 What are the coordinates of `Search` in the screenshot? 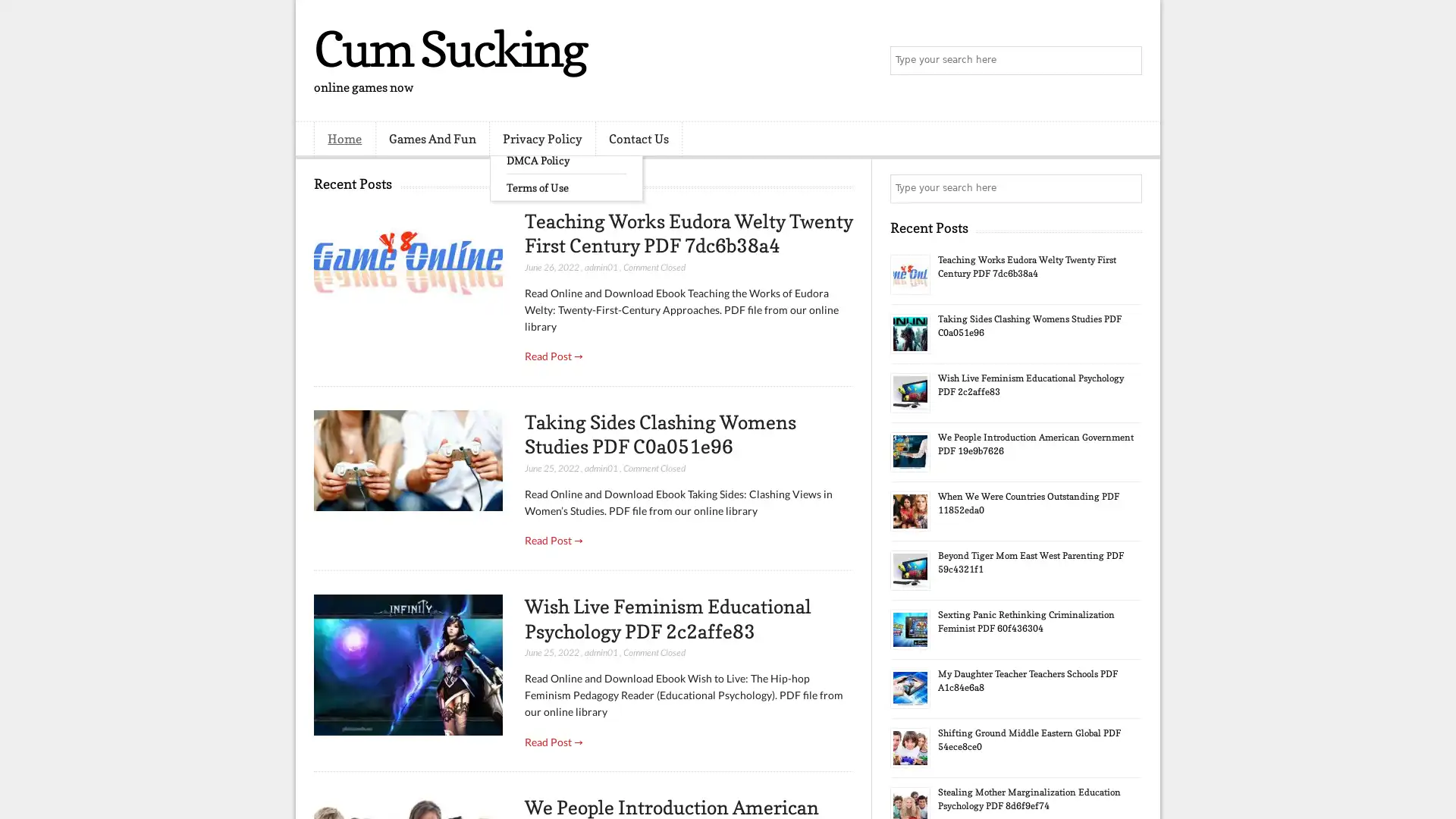 It's located at (1126, 188).